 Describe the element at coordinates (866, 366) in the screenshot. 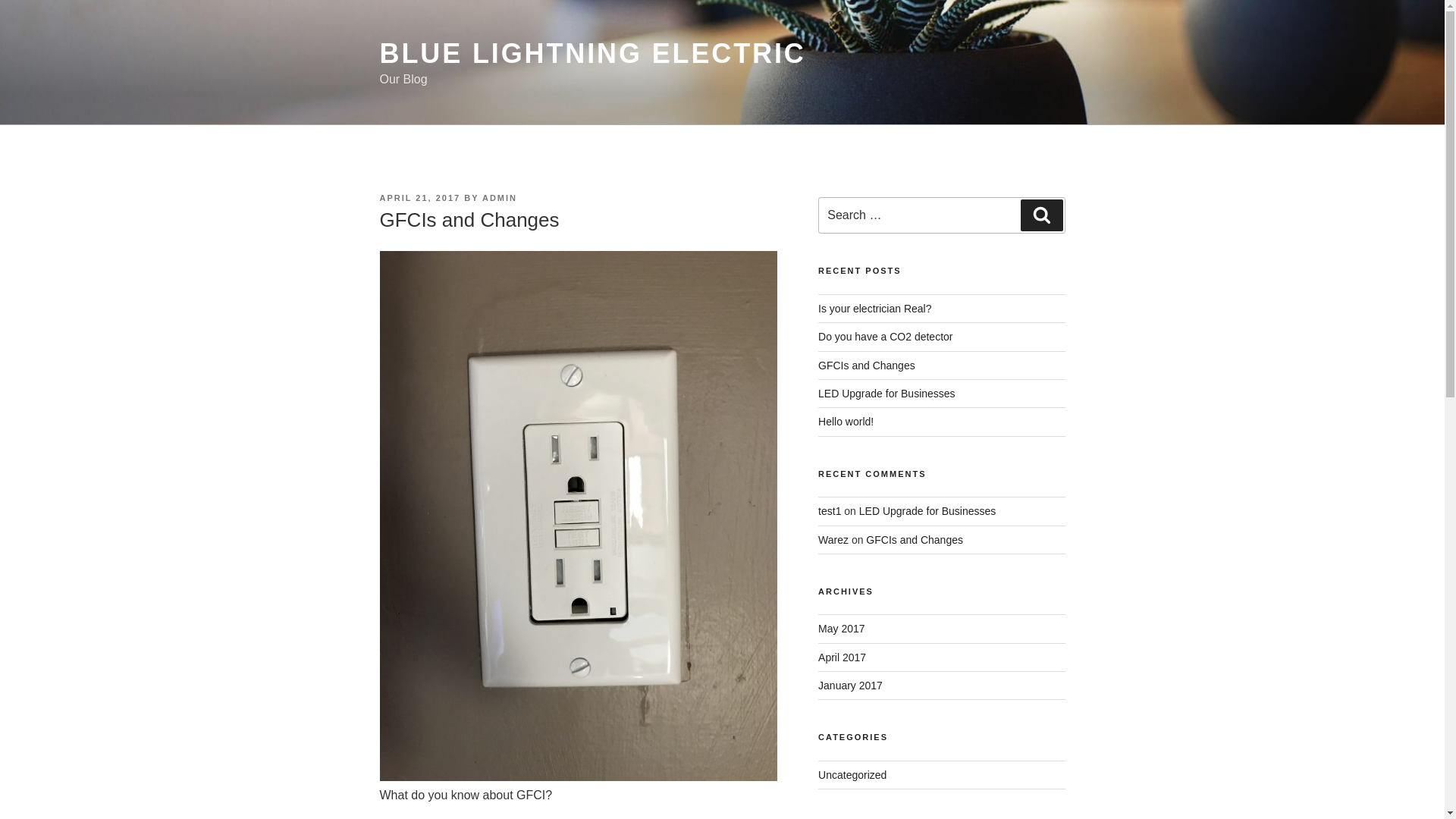

I see `'GFCIs and Changes'` at that location.